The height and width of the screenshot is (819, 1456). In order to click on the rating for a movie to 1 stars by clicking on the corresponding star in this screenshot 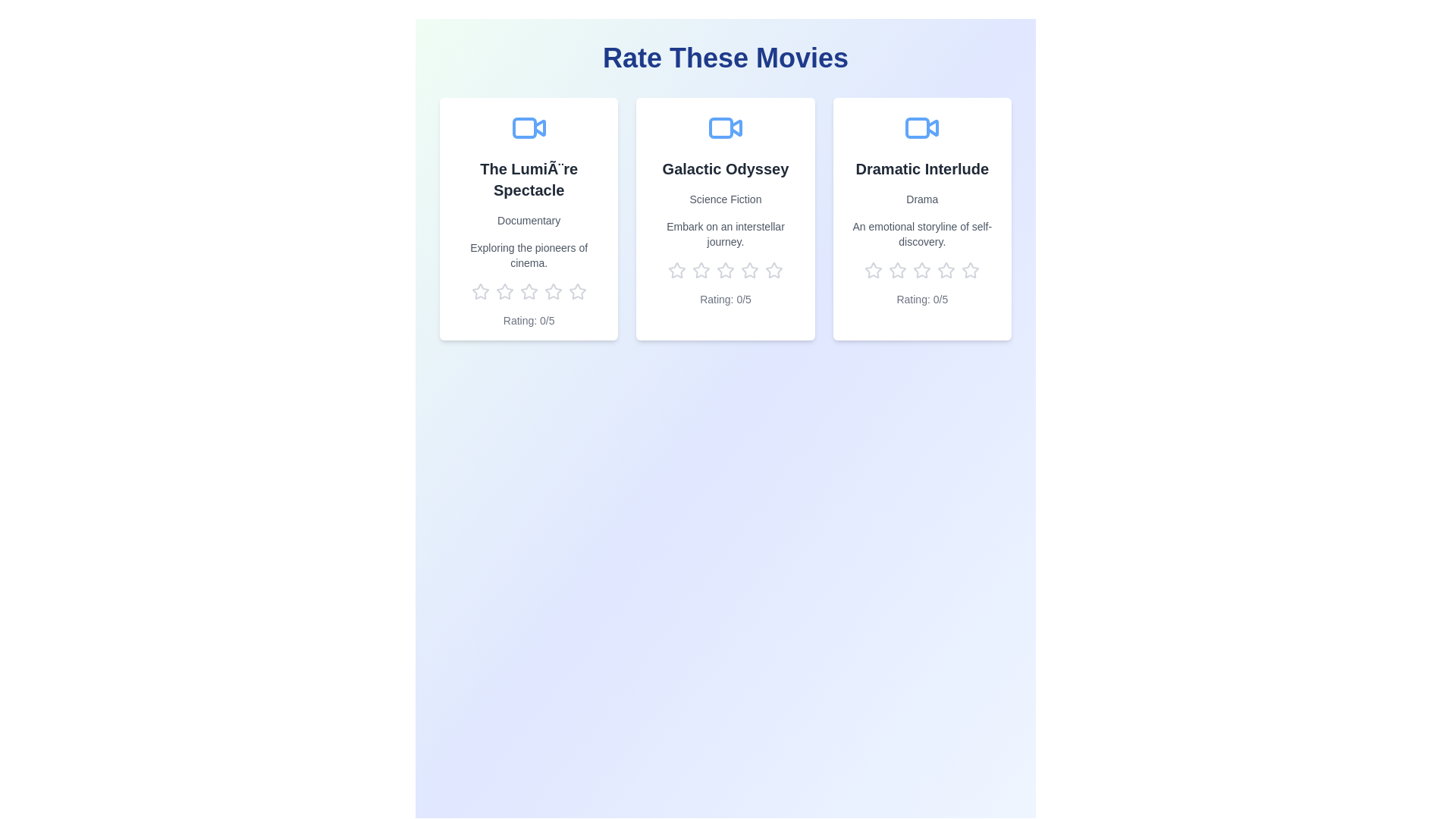, I will do `click(470, 292)`.